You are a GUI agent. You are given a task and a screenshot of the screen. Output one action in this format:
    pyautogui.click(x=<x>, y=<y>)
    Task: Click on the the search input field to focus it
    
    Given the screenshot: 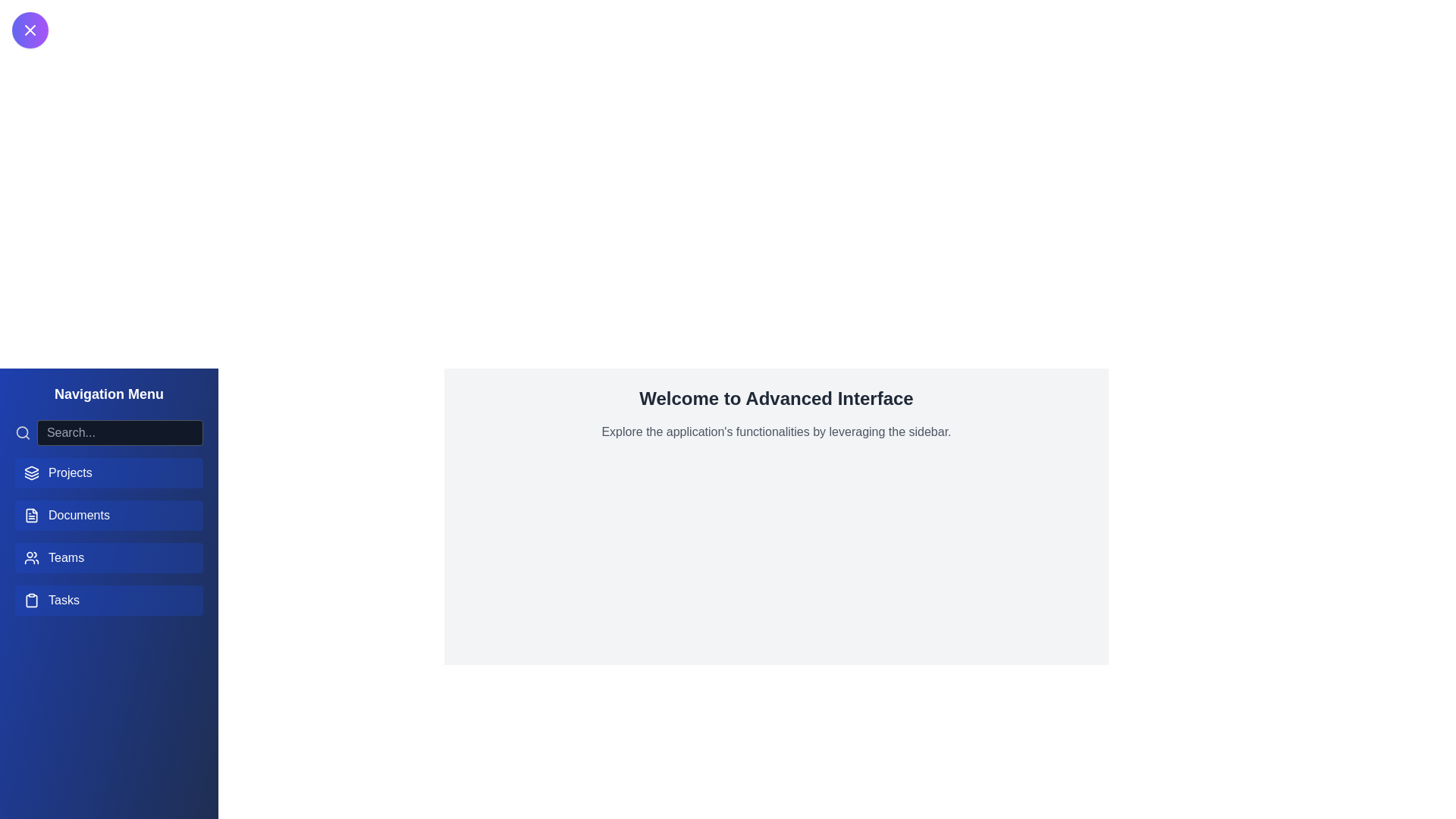 What is the action you would take?
    pyautogui.click(x=119, y=432)
    